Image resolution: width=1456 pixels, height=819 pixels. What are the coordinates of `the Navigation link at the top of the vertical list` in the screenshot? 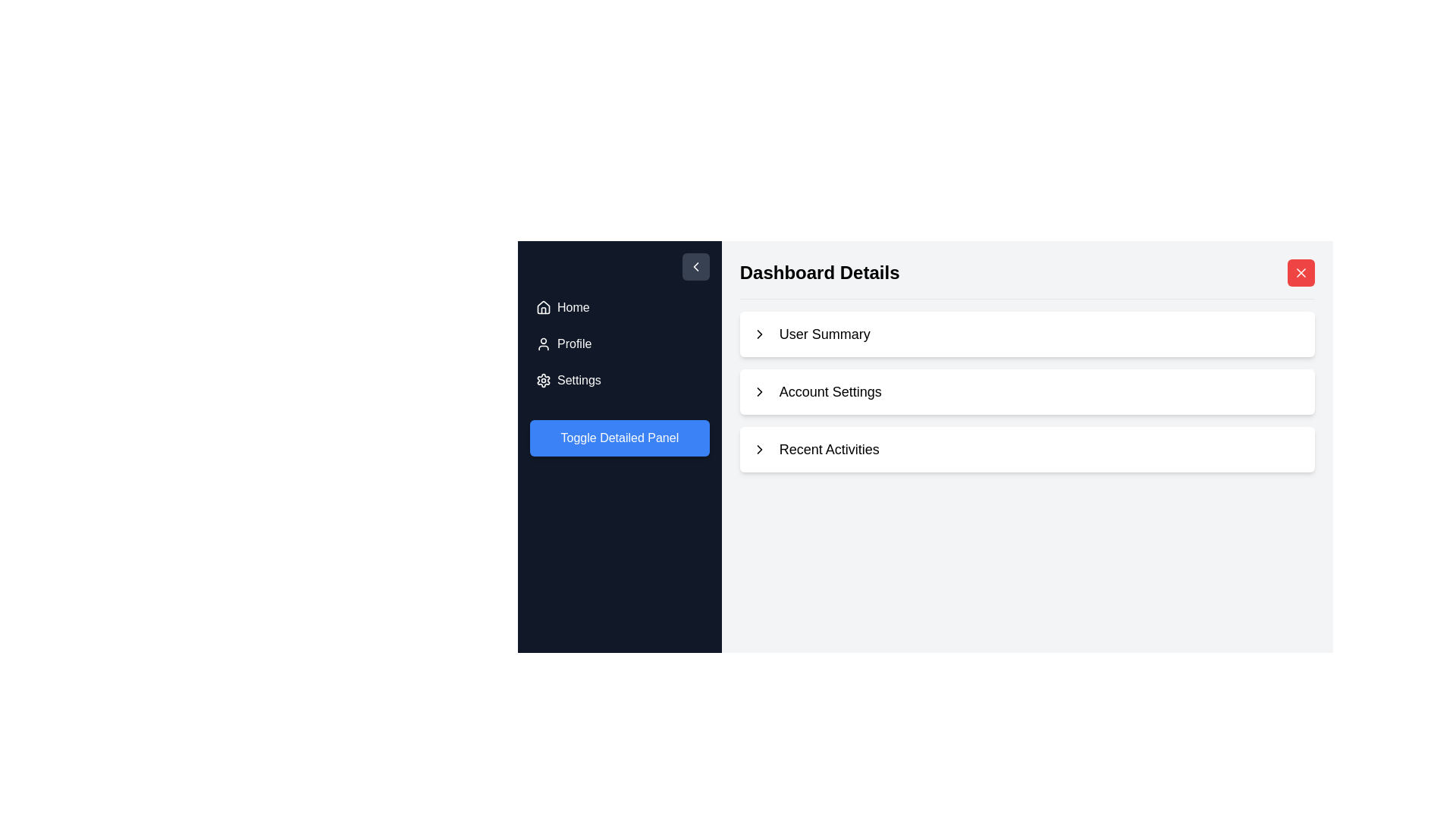 It's located at (620, 307).